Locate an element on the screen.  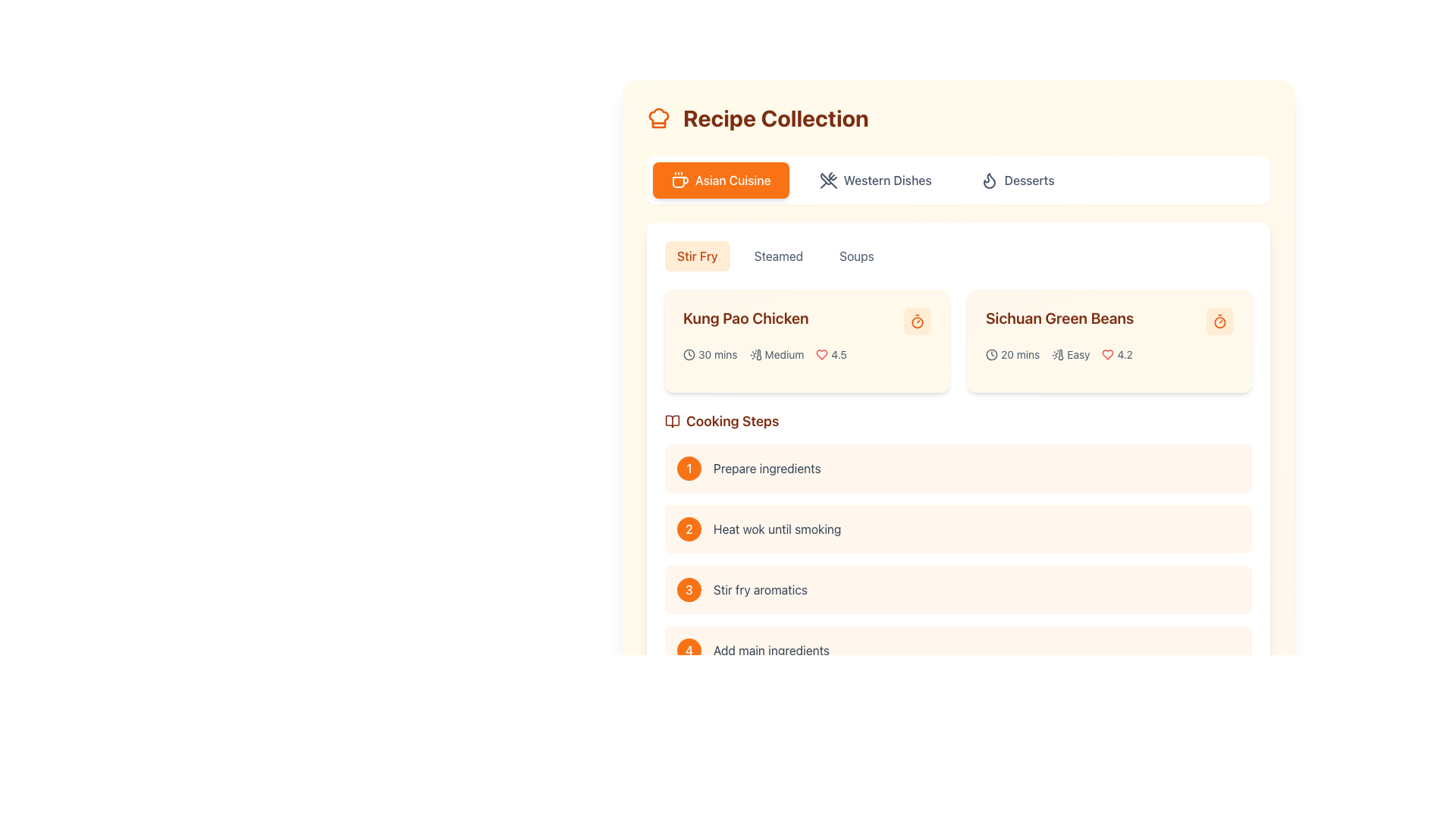
text displayed in the Text label showing the value '4.2', which is styled with a dark font and indicates a rating or score, located to the right of a small heart icon in the 'Sichuan Green Beans' section is located at coordinates (1125, 354).